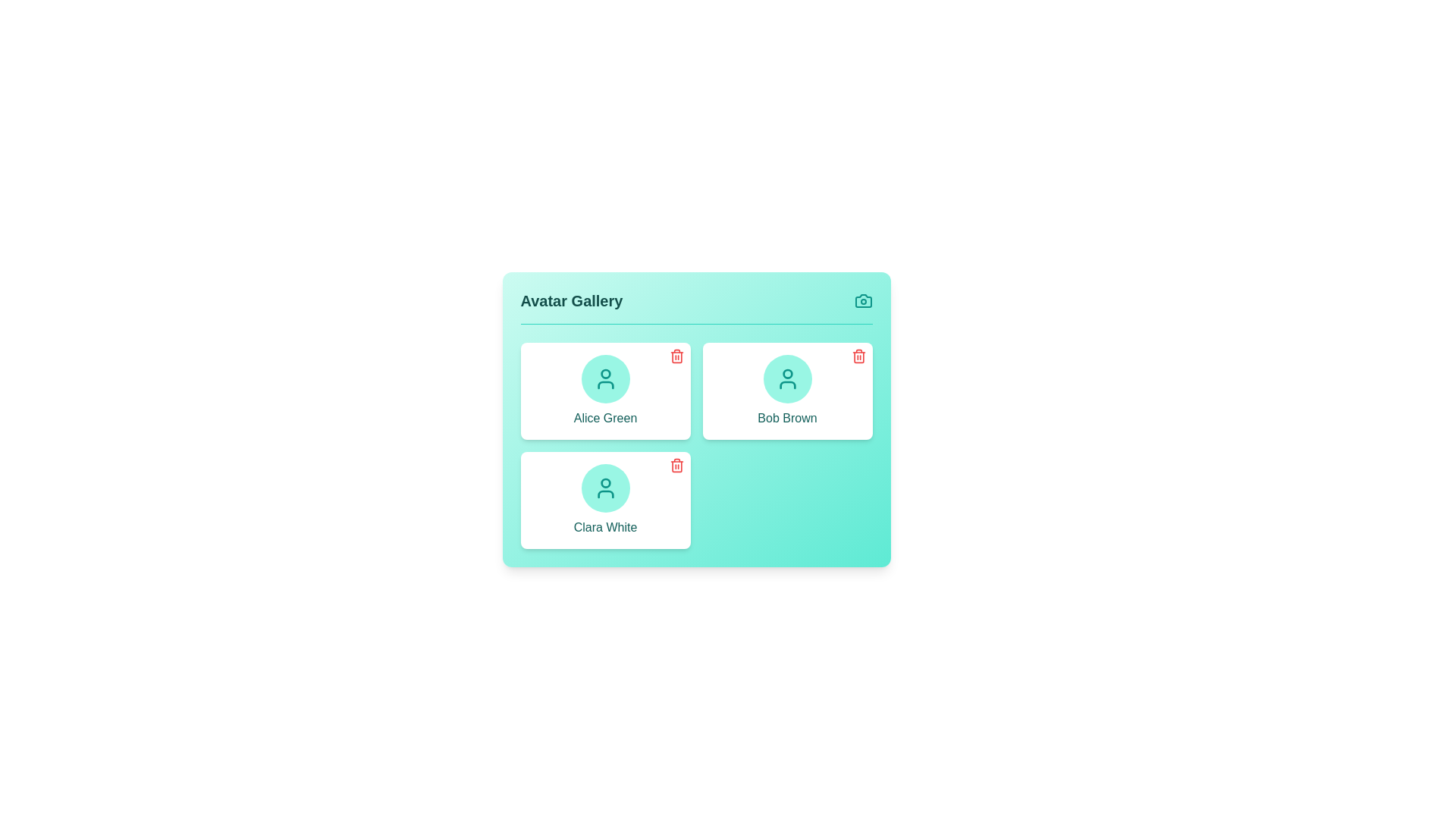  What do you see at coordinates (787, 418) in the screenshot?
I see `text label element displaying 'Bob Brown', which is centrally aligned within the rightmost card of the second row in the Avatar Gallery interface` at bounding box center [787, 418].